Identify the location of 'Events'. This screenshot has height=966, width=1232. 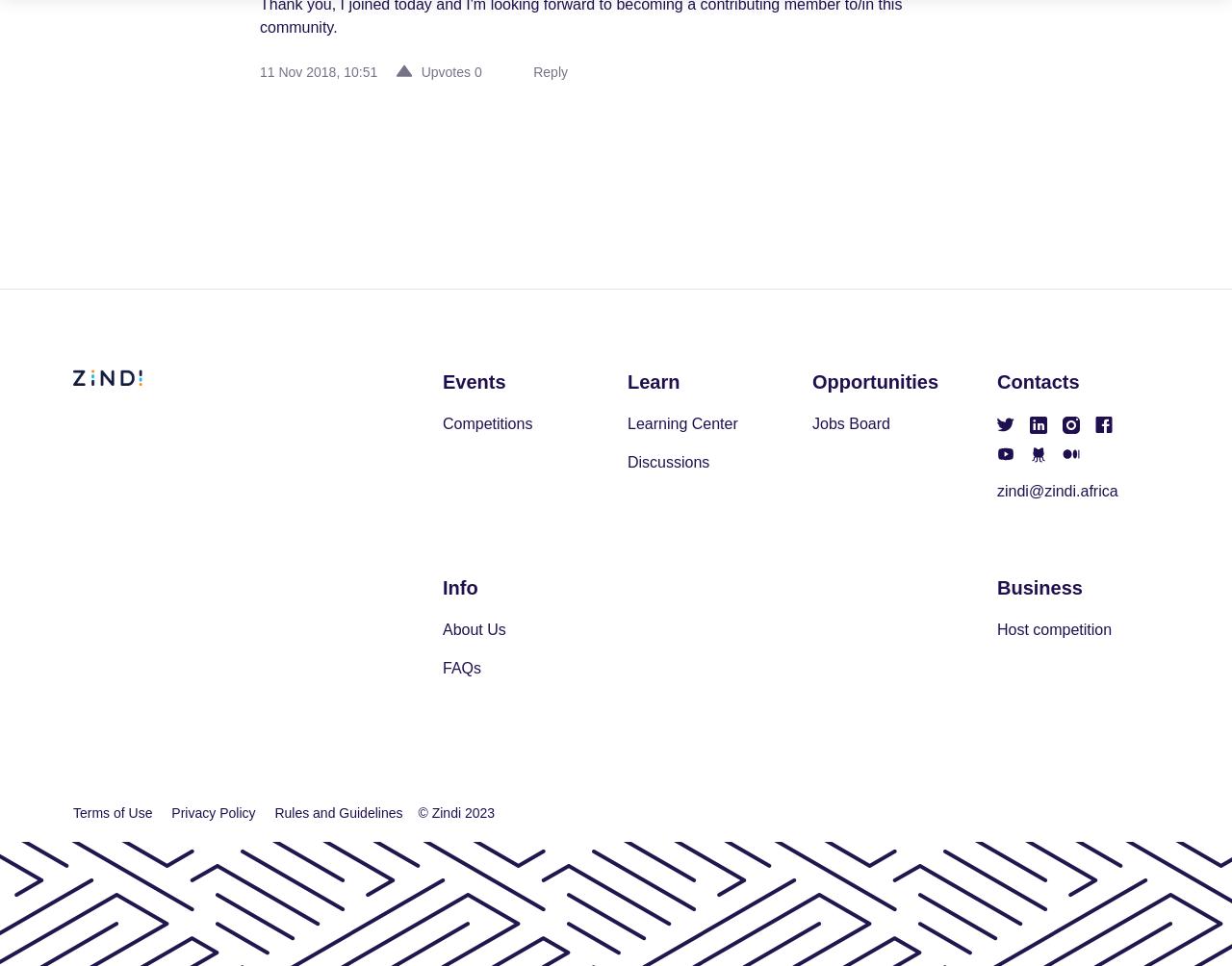
(474, 380).